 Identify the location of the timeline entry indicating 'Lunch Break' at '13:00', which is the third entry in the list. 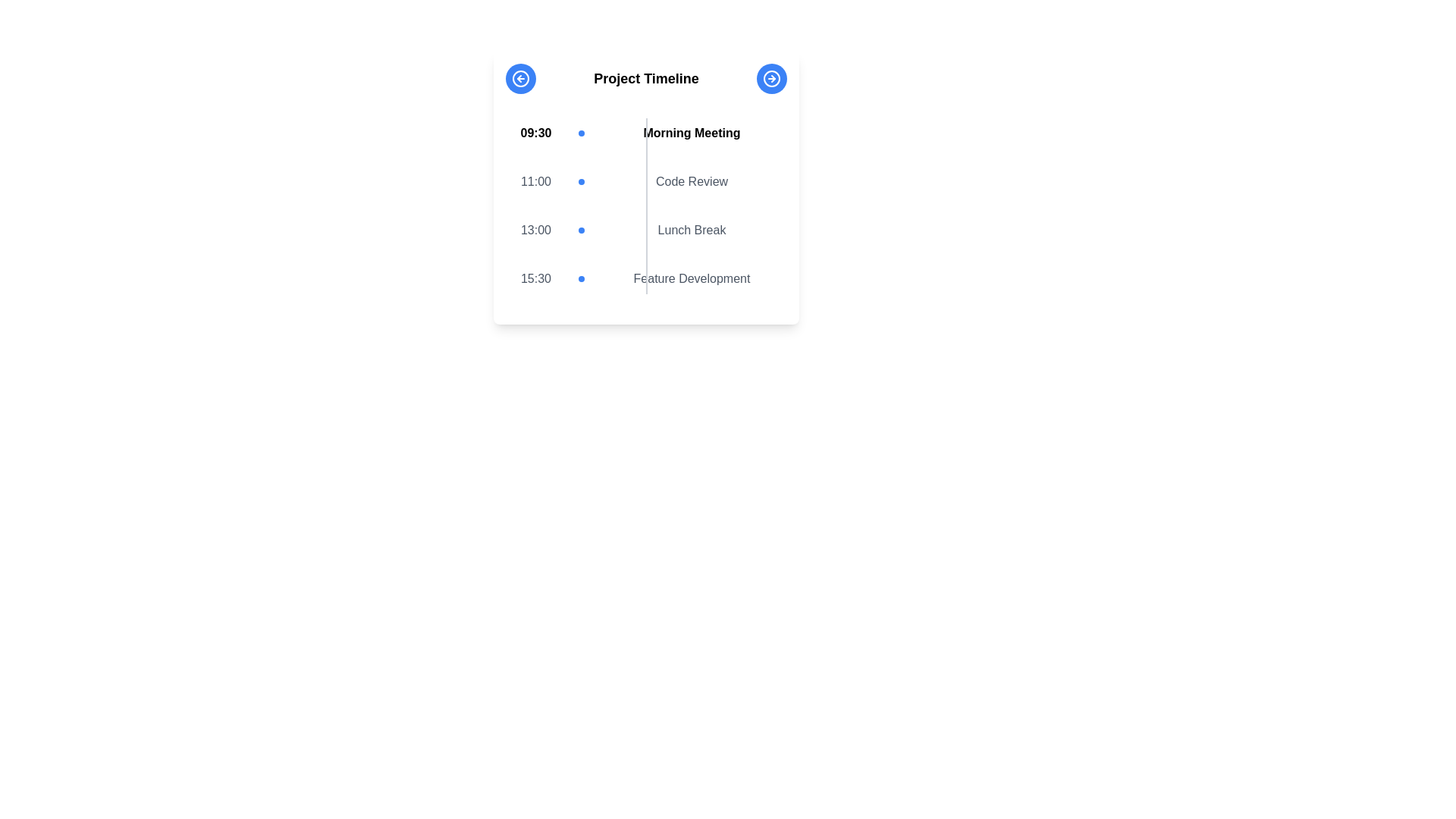
(646, 231).